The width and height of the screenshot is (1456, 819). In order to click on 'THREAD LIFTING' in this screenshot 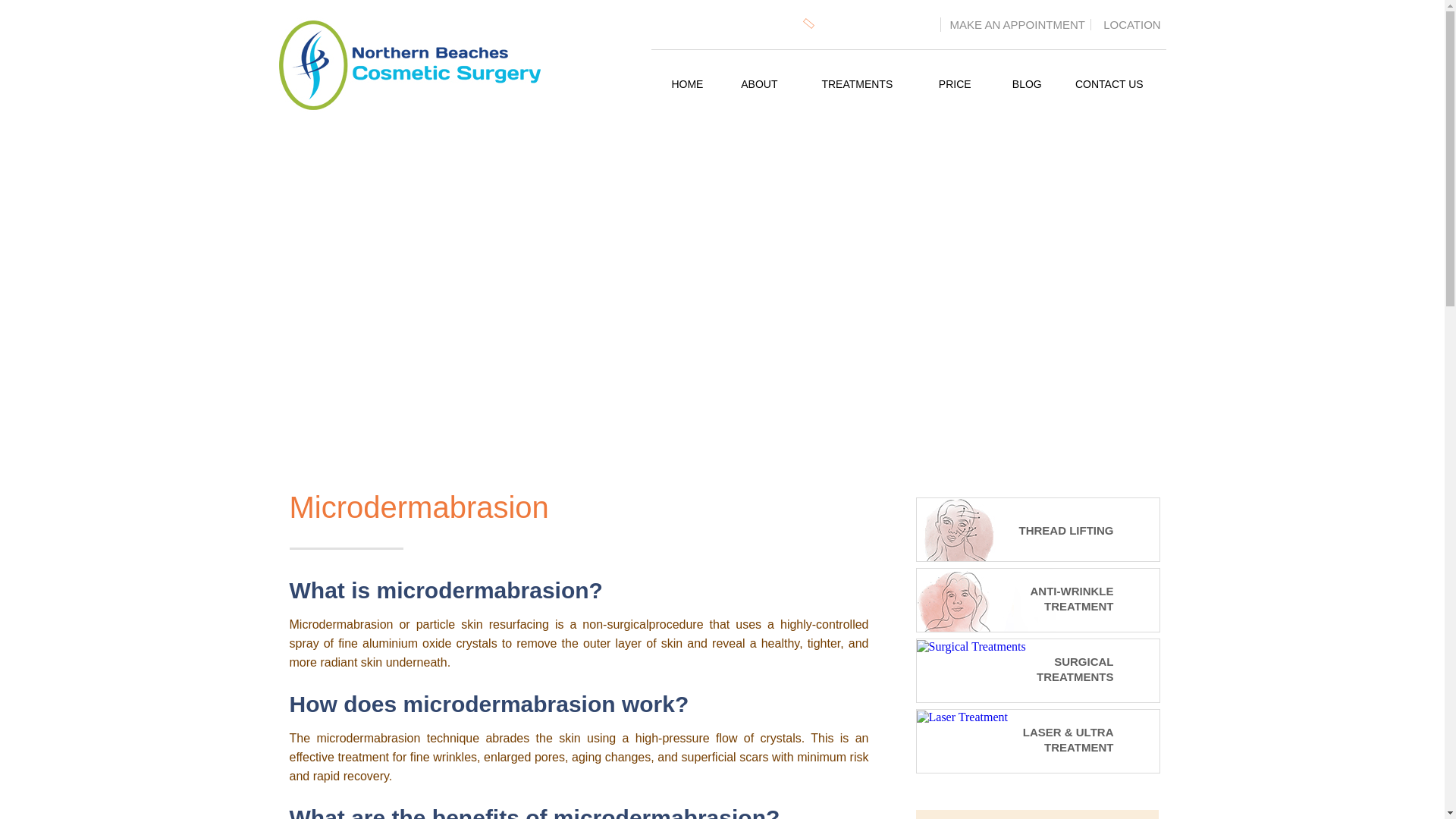, I will do `click(1015, 527)`.